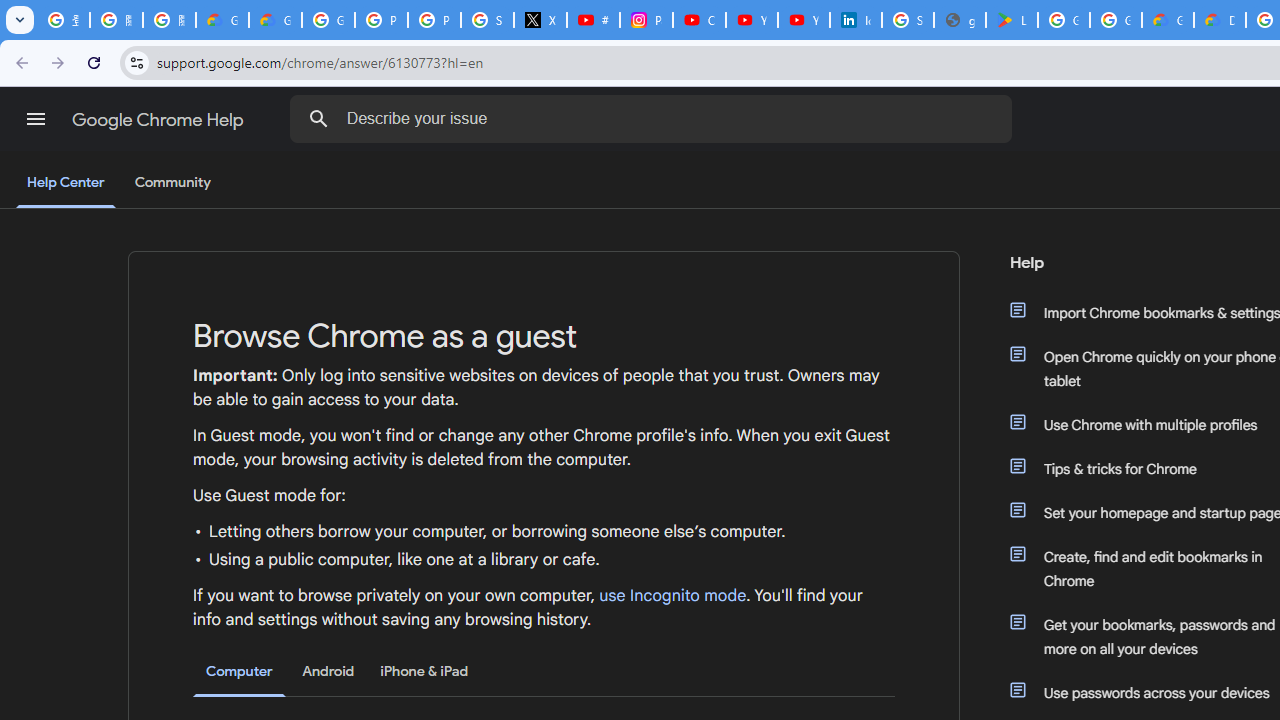 The width and height of the screenshot is (1280, 720). Describe the element at coordinates (35, 119) in the screenshot. I see `'Main menu'` at that location.